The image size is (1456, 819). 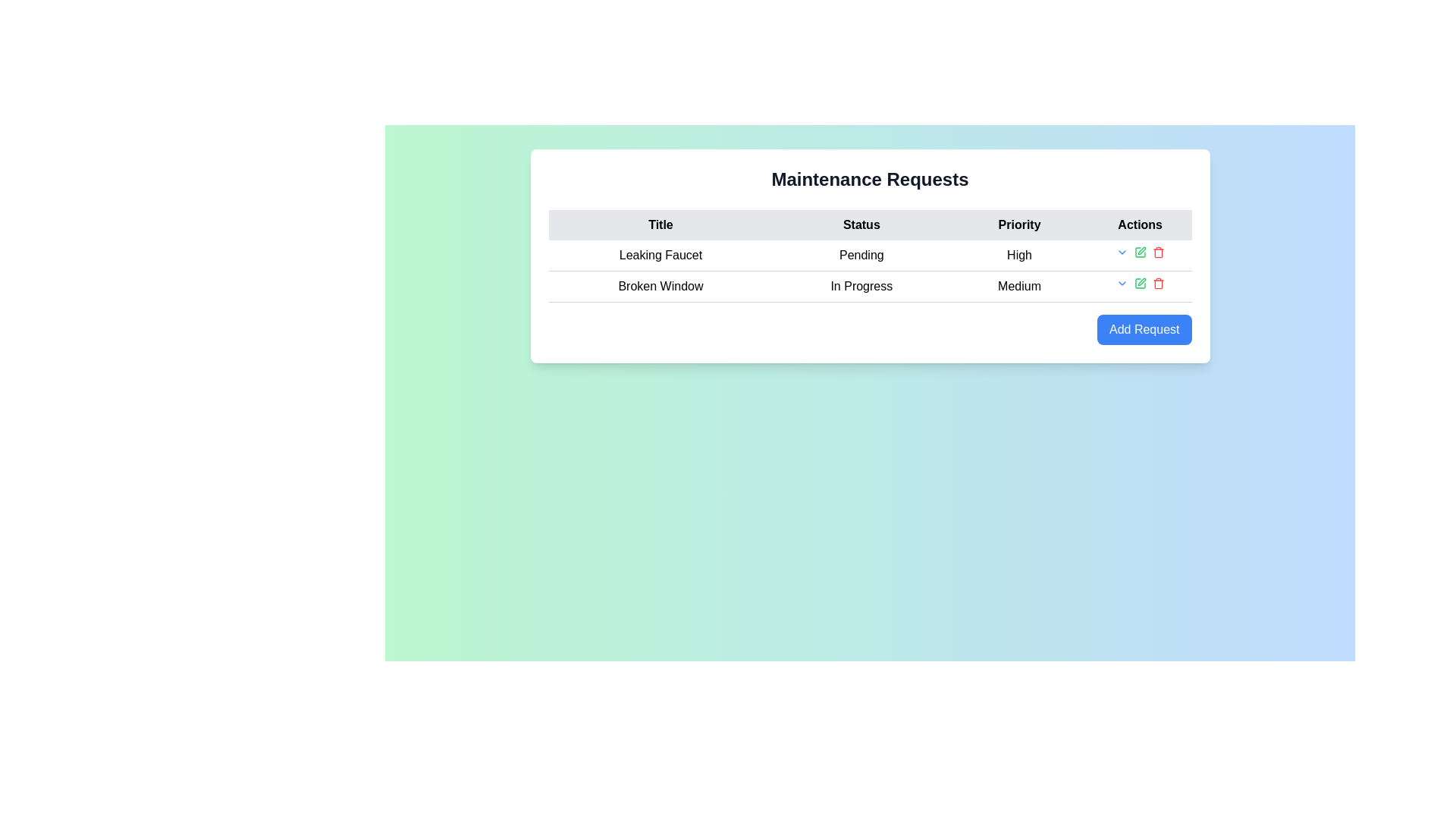 I want to click on the Text Label displaying 'Leaking Faucet' located in the first row of the table under the 'Title' column, positioned to the left of 'Pending' and 'High', so click(x=661, y=255).